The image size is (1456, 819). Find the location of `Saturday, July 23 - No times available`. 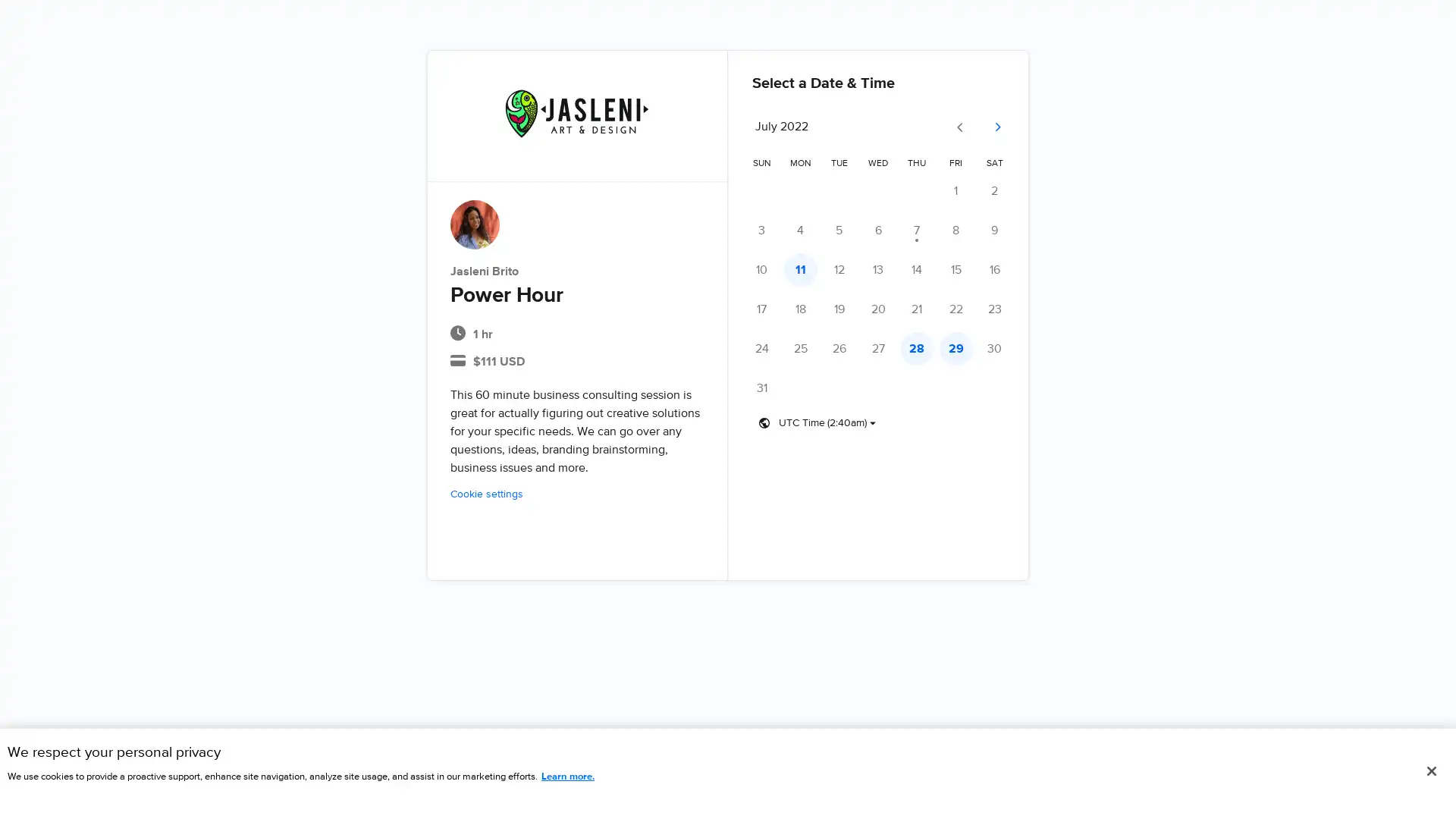

Saturday, July 23 - No times available is located at coordinates (996, 309).